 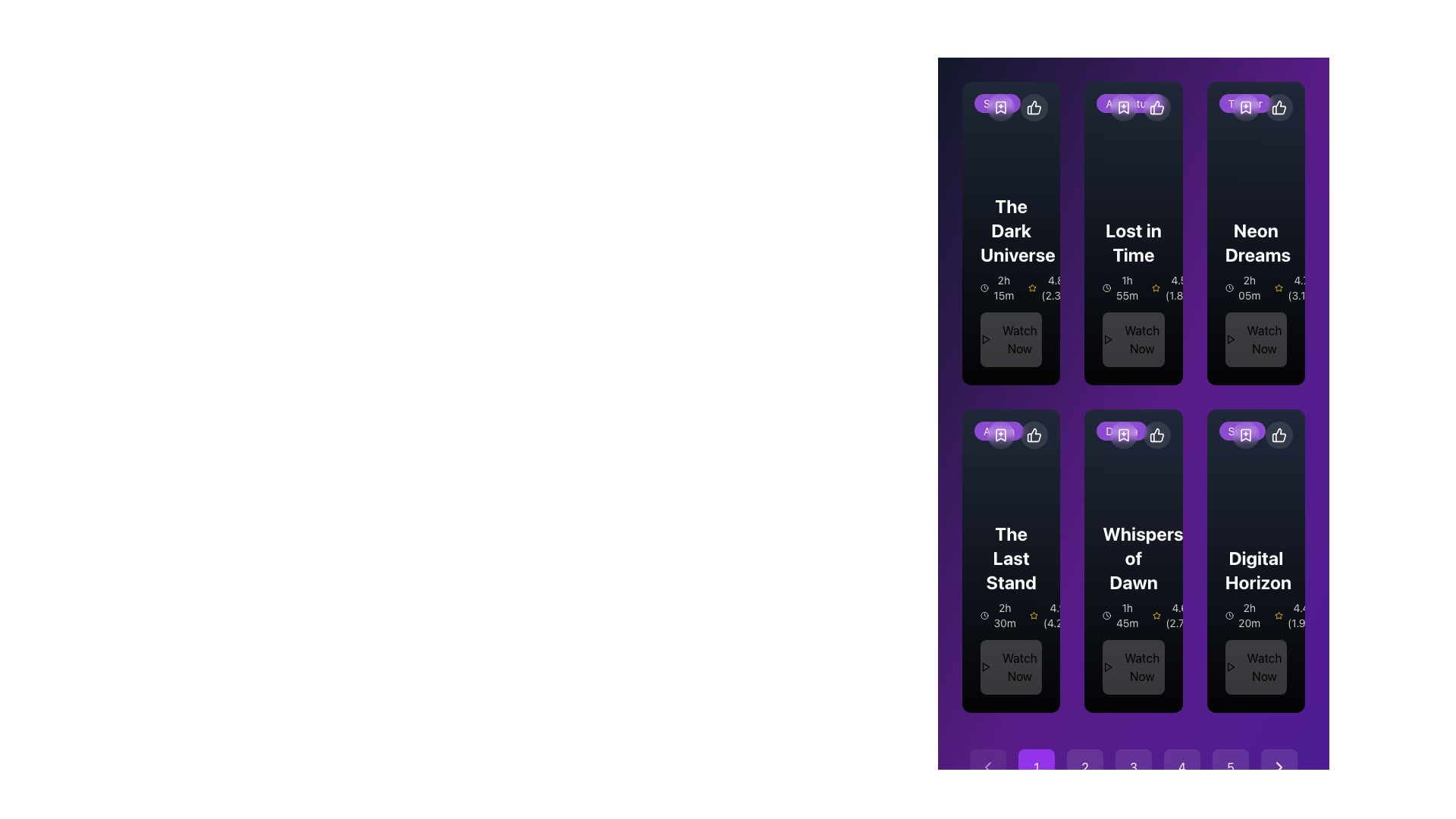 I want to click on the like or upvote button for the 'Neon Dreams' card located in the top-right corner, so click(x=1278, y=107).